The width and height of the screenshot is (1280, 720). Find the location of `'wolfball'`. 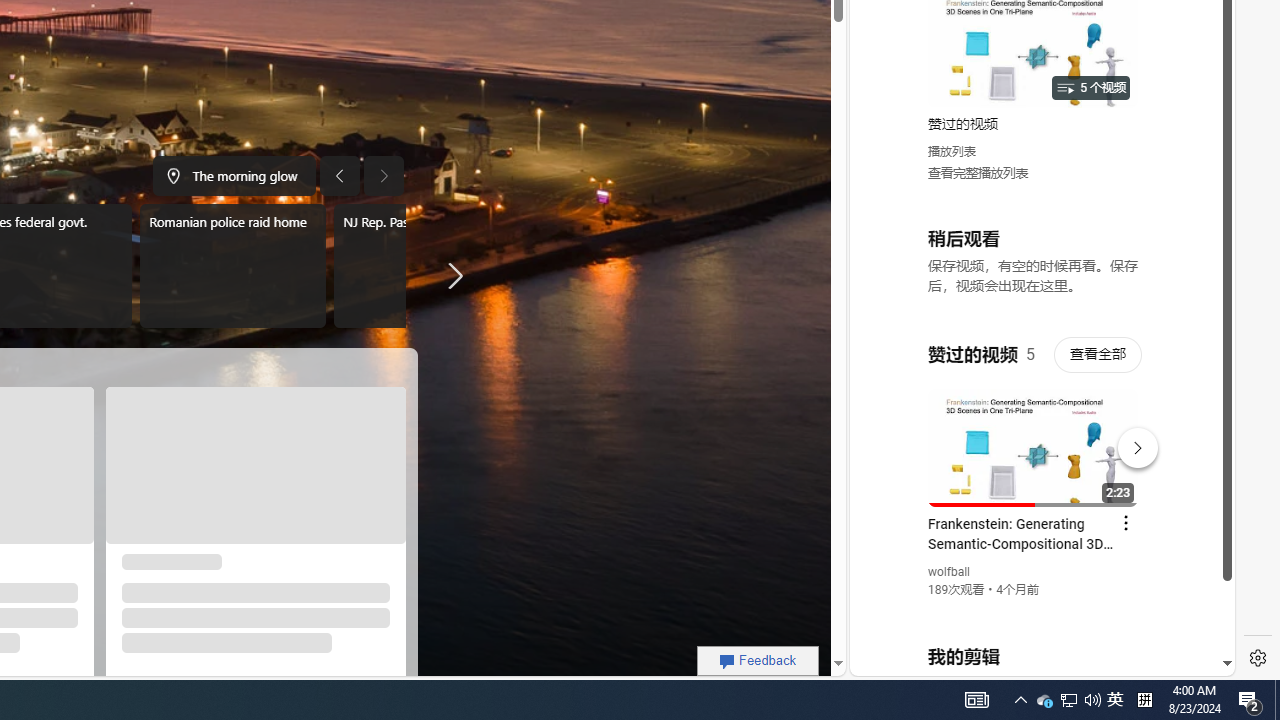

'wolfball' is located at coordinates (948, 572).